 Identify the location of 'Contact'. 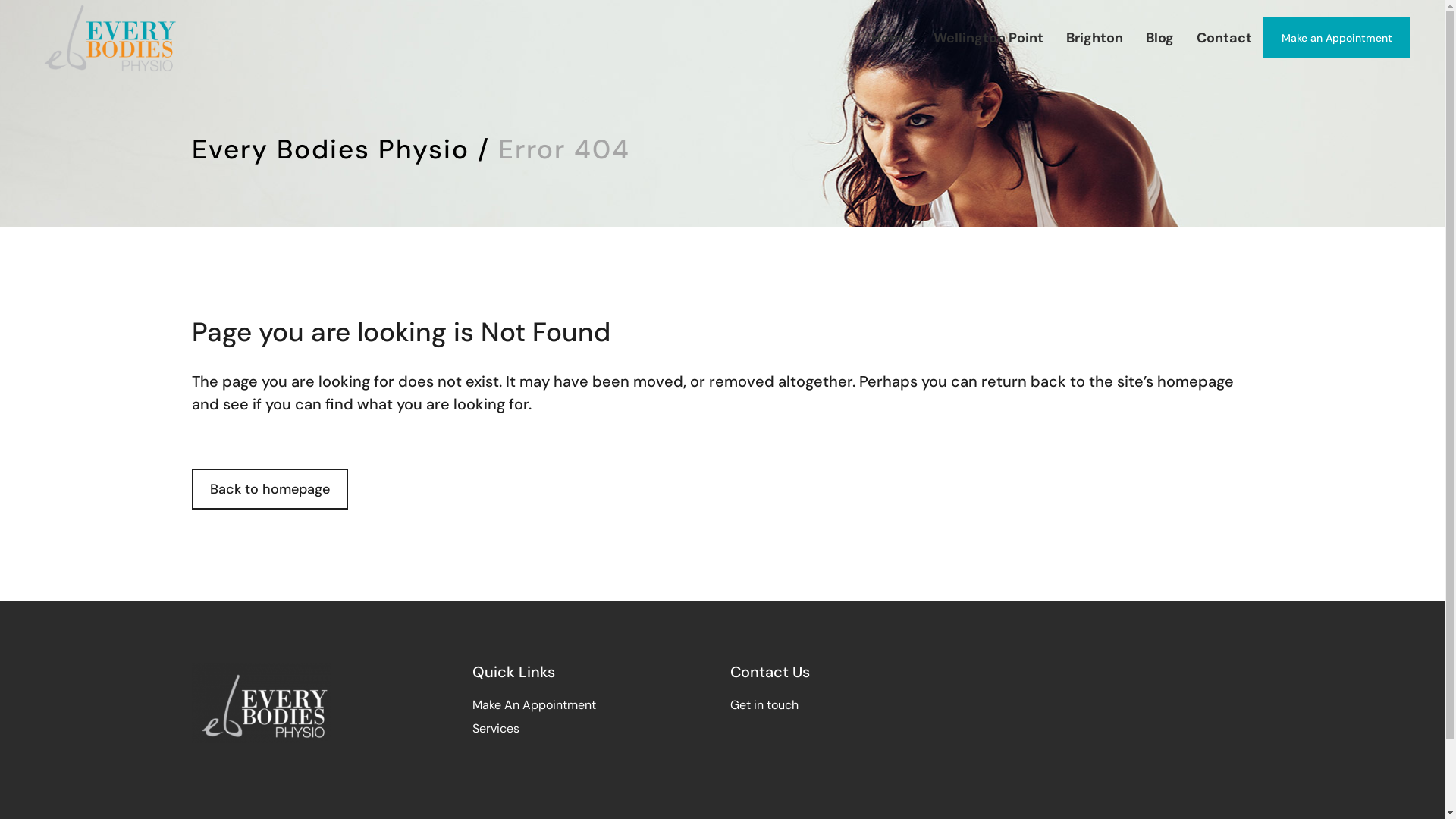
(1224, 37).